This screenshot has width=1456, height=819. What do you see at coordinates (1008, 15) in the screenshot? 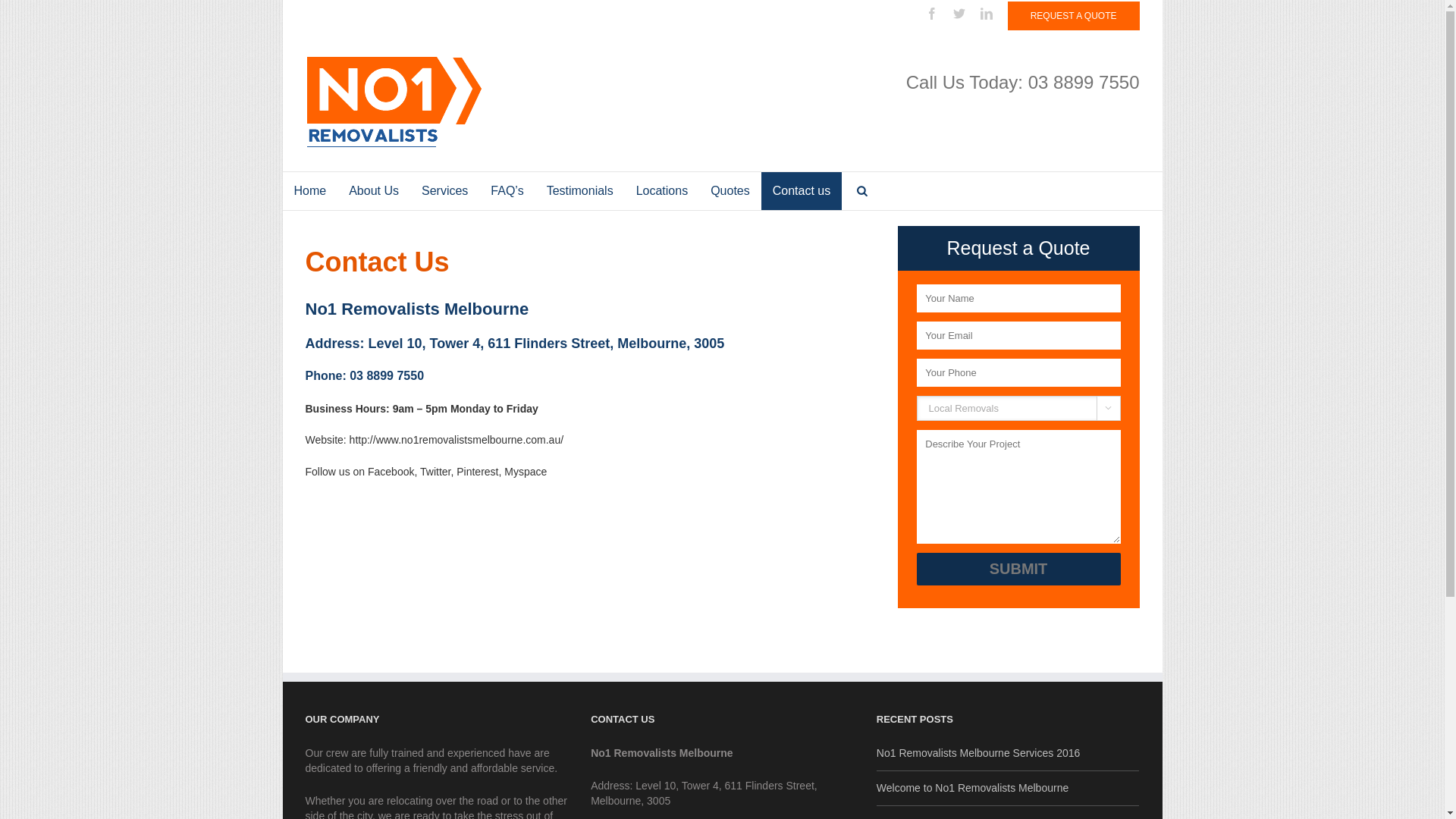
I see `'REQUEST A QUOTE'` at bounding box center [1008, 15].